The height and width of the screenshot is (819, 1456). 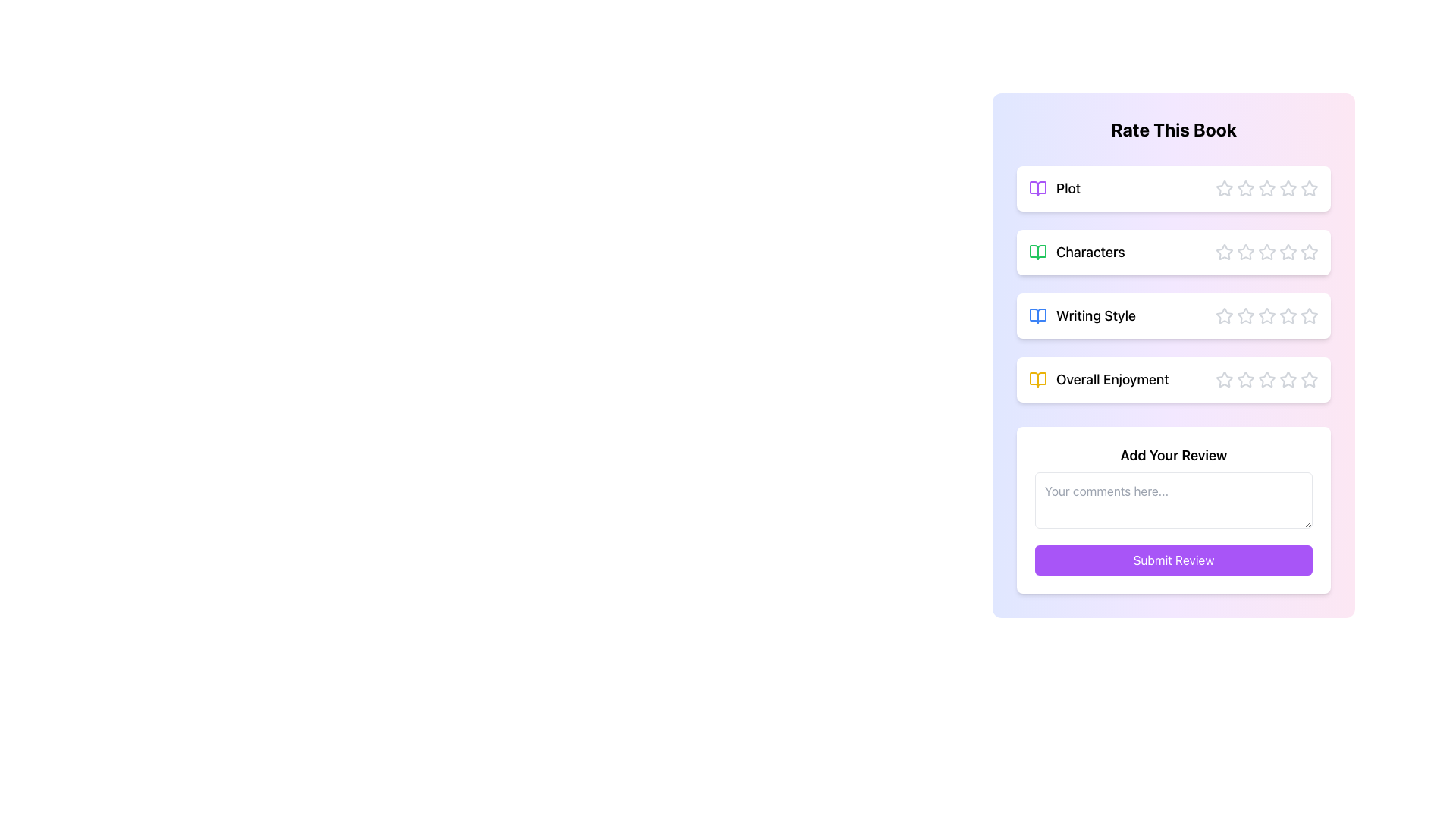 I want to click on the fourth star icon in the 'Characters' rating section to rate it, so click(x=1266, y=251).